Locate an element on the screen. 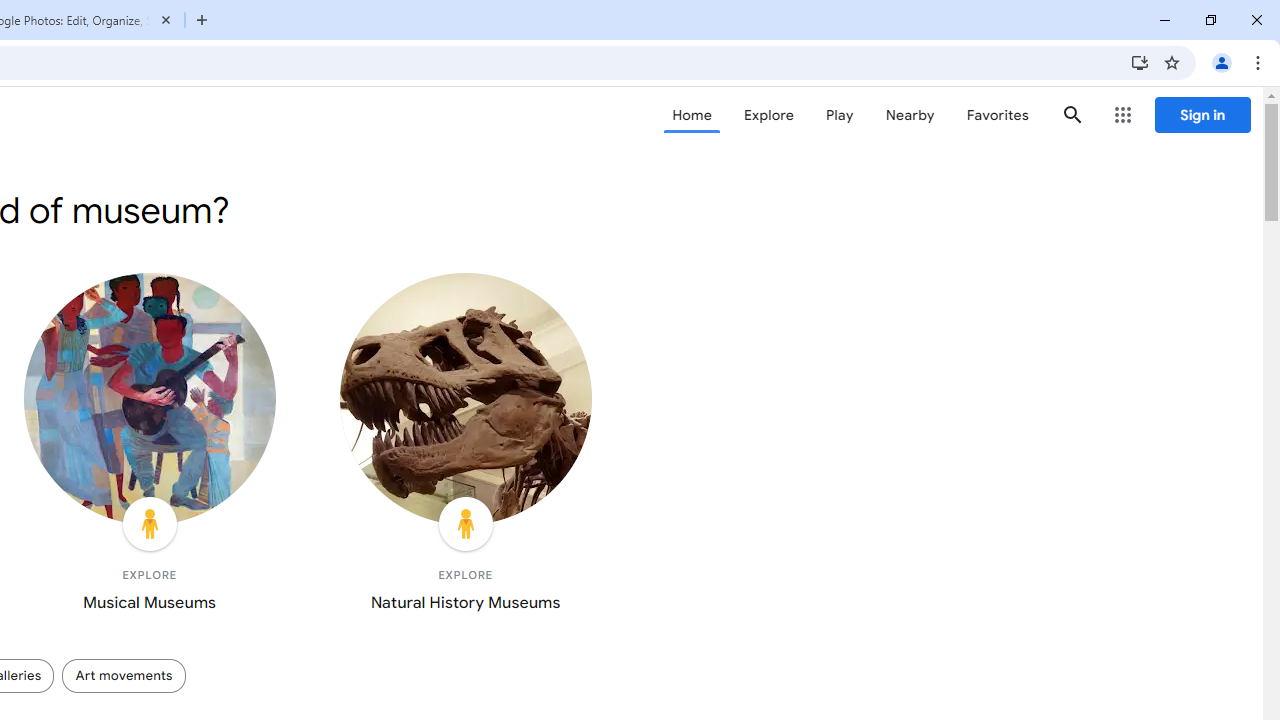  'Nearby' is located at coordinates (909, 115).